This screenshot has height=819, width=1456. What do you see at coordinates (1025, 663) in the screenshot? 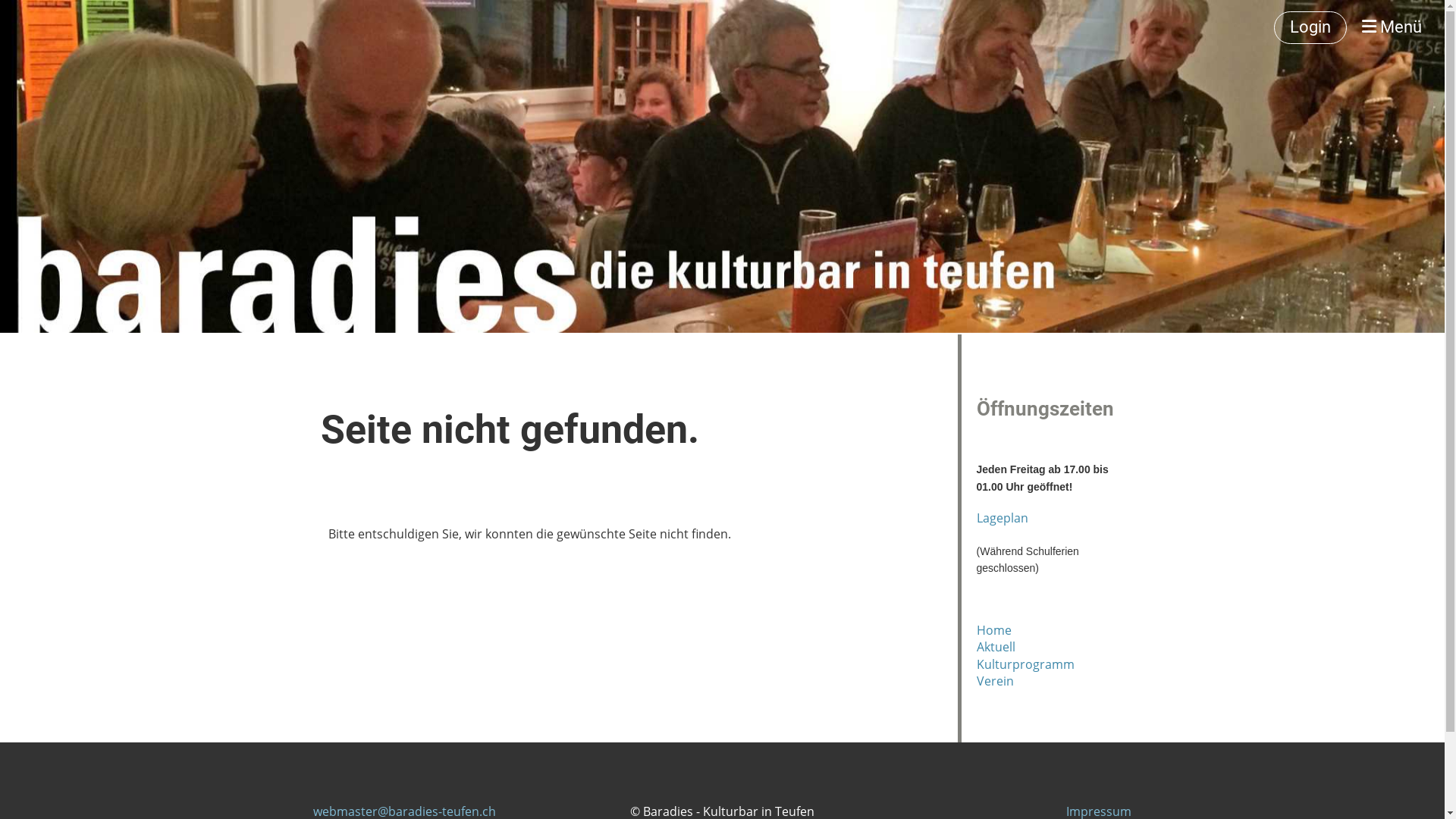
I see `'Kulturprogramm'` at bounding box center [1025, 663].